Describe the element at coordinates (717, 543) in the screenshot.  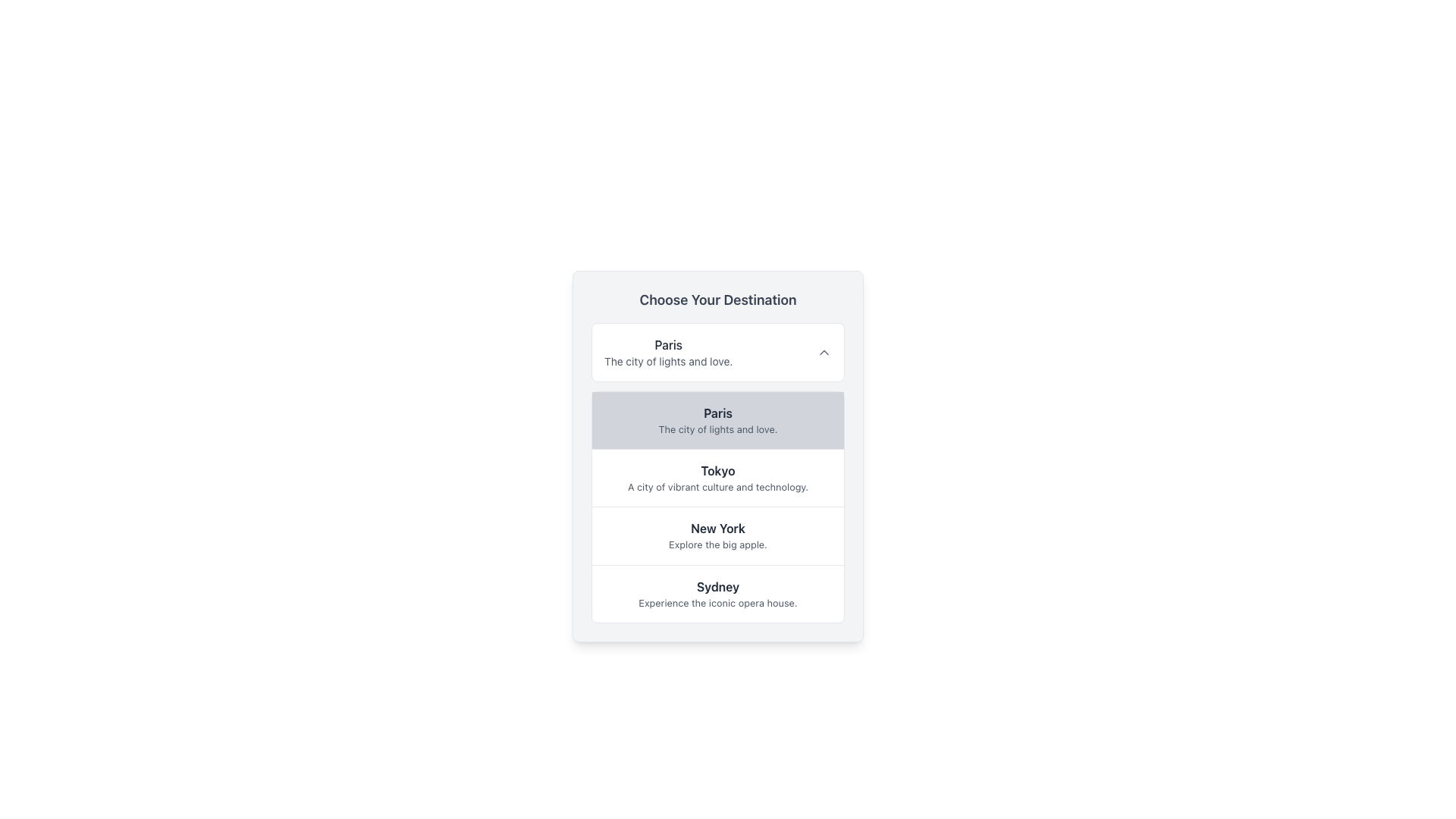
I see `the descriptive text displaying 'Explore the big apple.' which is positioned below the main title 'New York' in the fourth item of the destination list` at that location.